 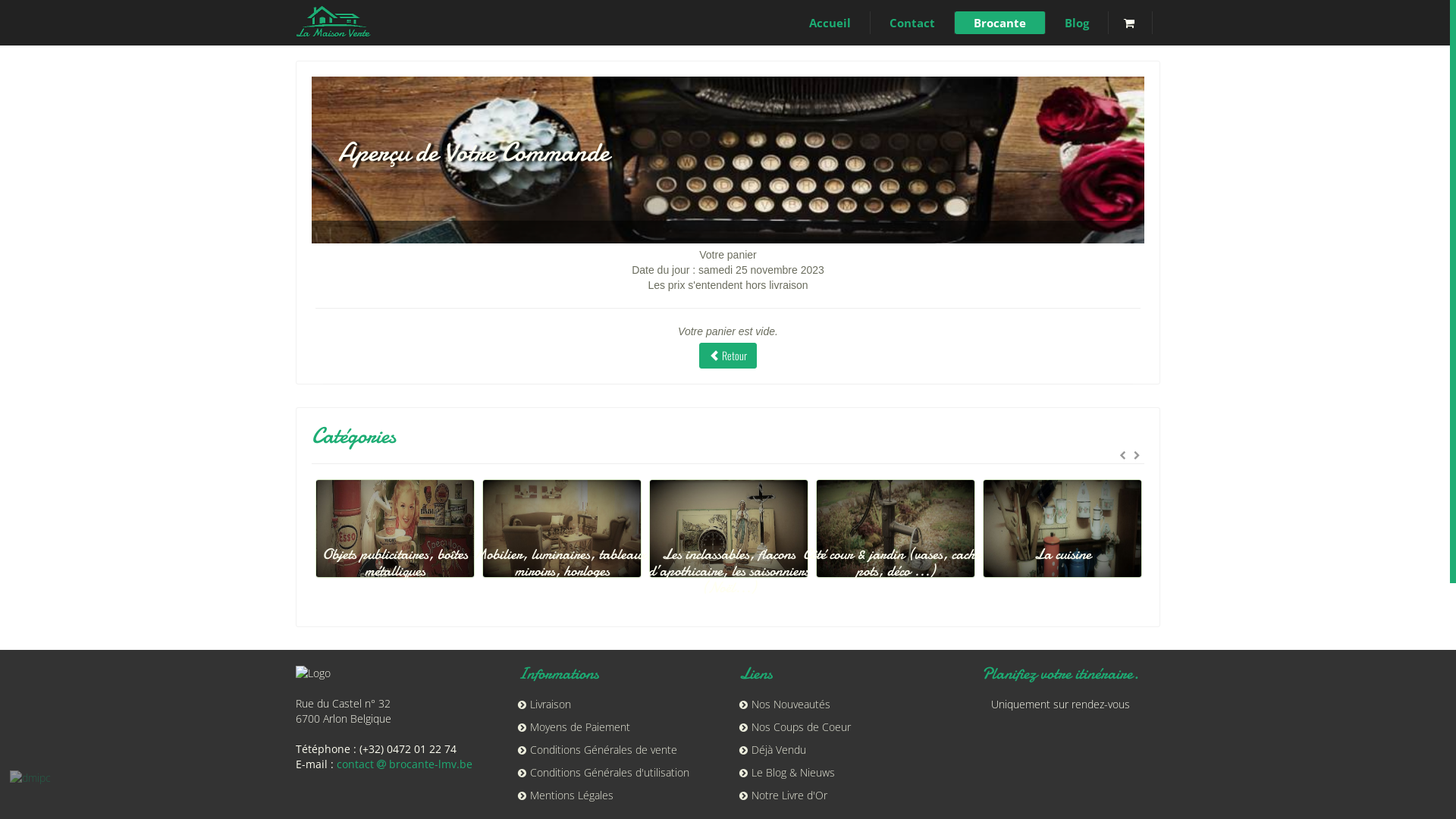 I want to click on 'Nos coups de coeur', so click(x=305, y=544).